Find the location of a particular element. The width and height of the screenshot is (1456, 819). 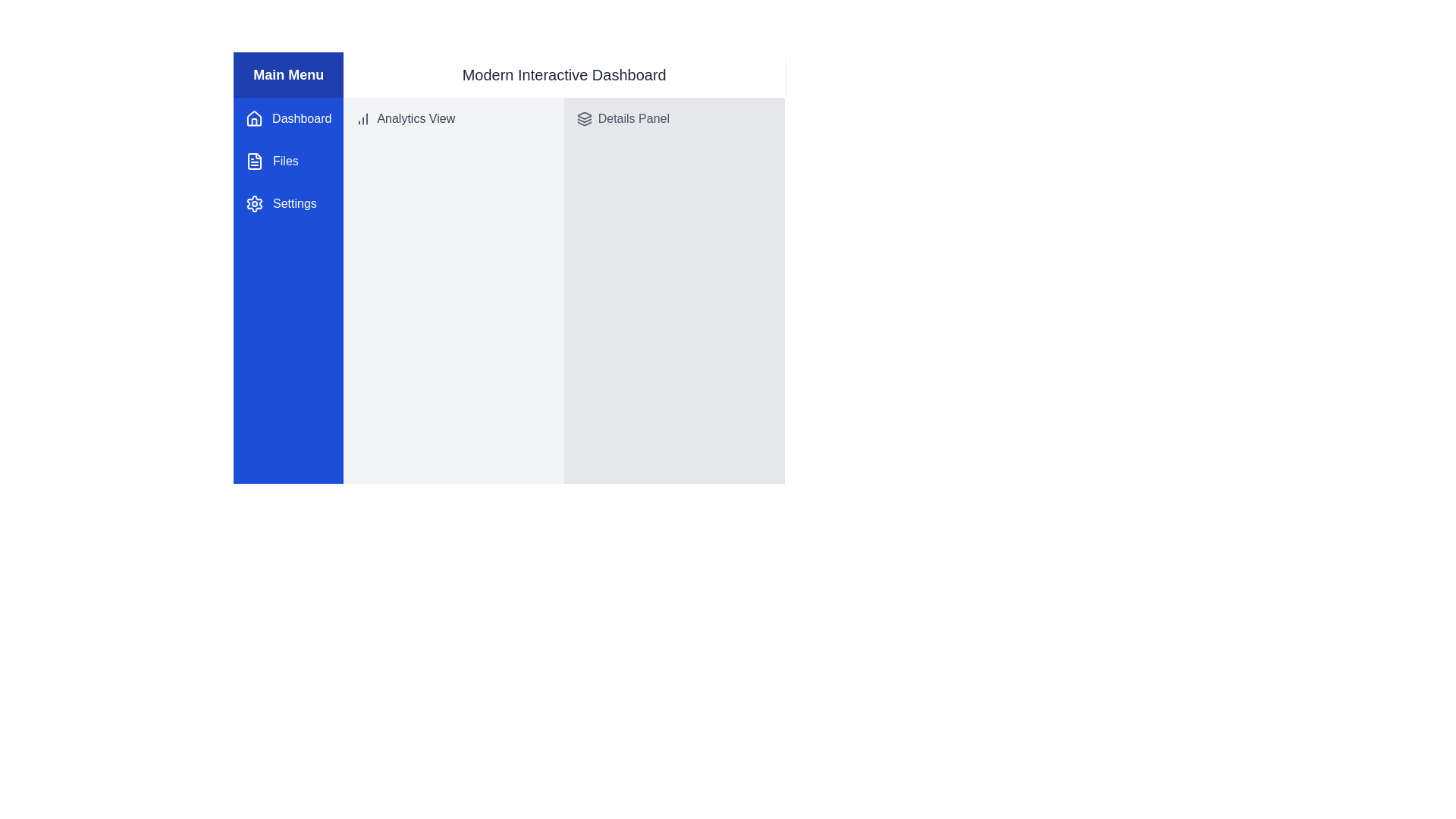

the analytics icon located to the left of the 'Analytics View' label in the top-left section of the main content area is located at coordinates (362, 118).